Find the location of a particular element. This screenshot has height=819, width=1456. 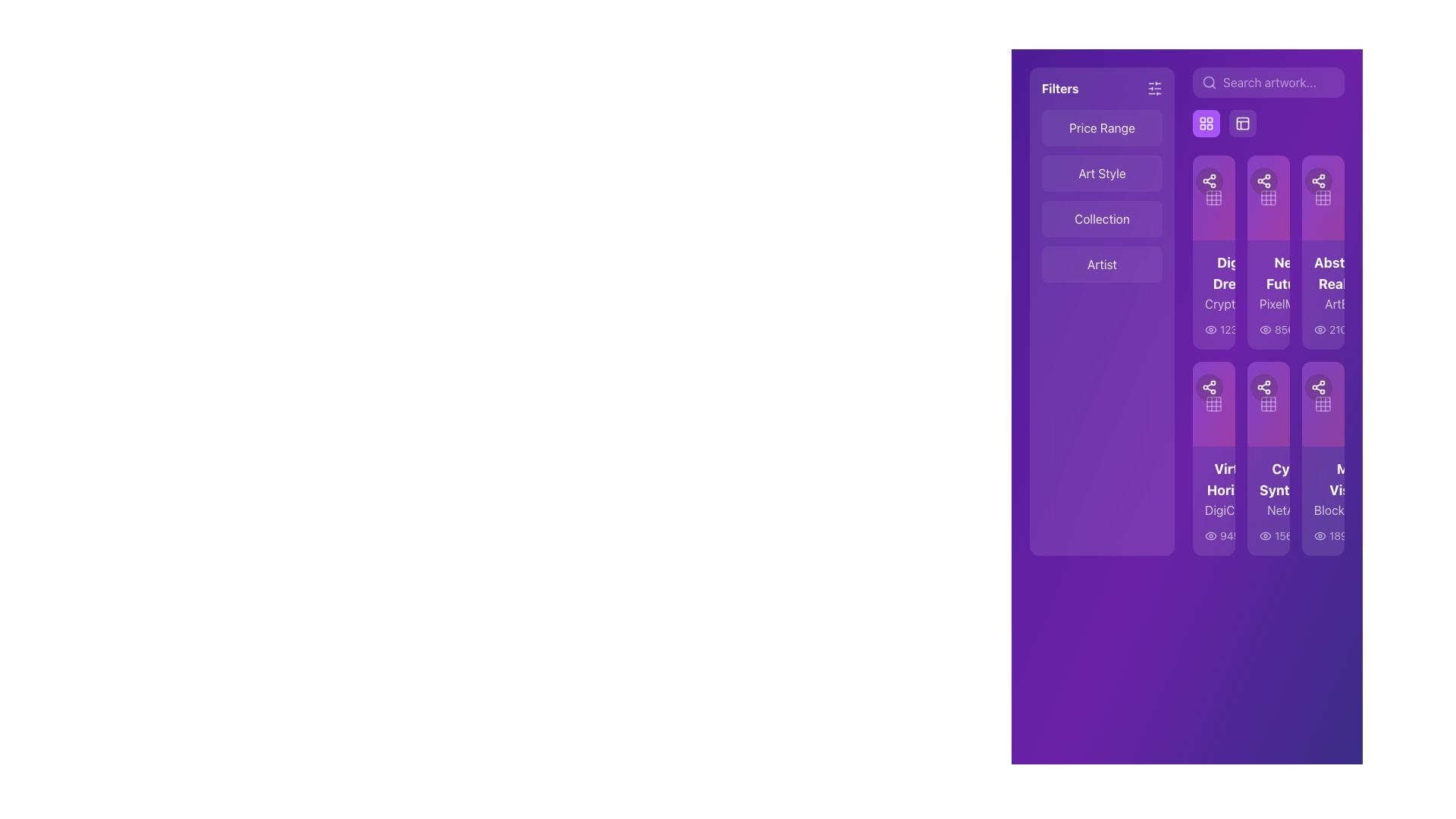

the numeric label displaying '123' in light text on a deep purple background, positioned next to an eye icon is located at coordinates (1322, 535).